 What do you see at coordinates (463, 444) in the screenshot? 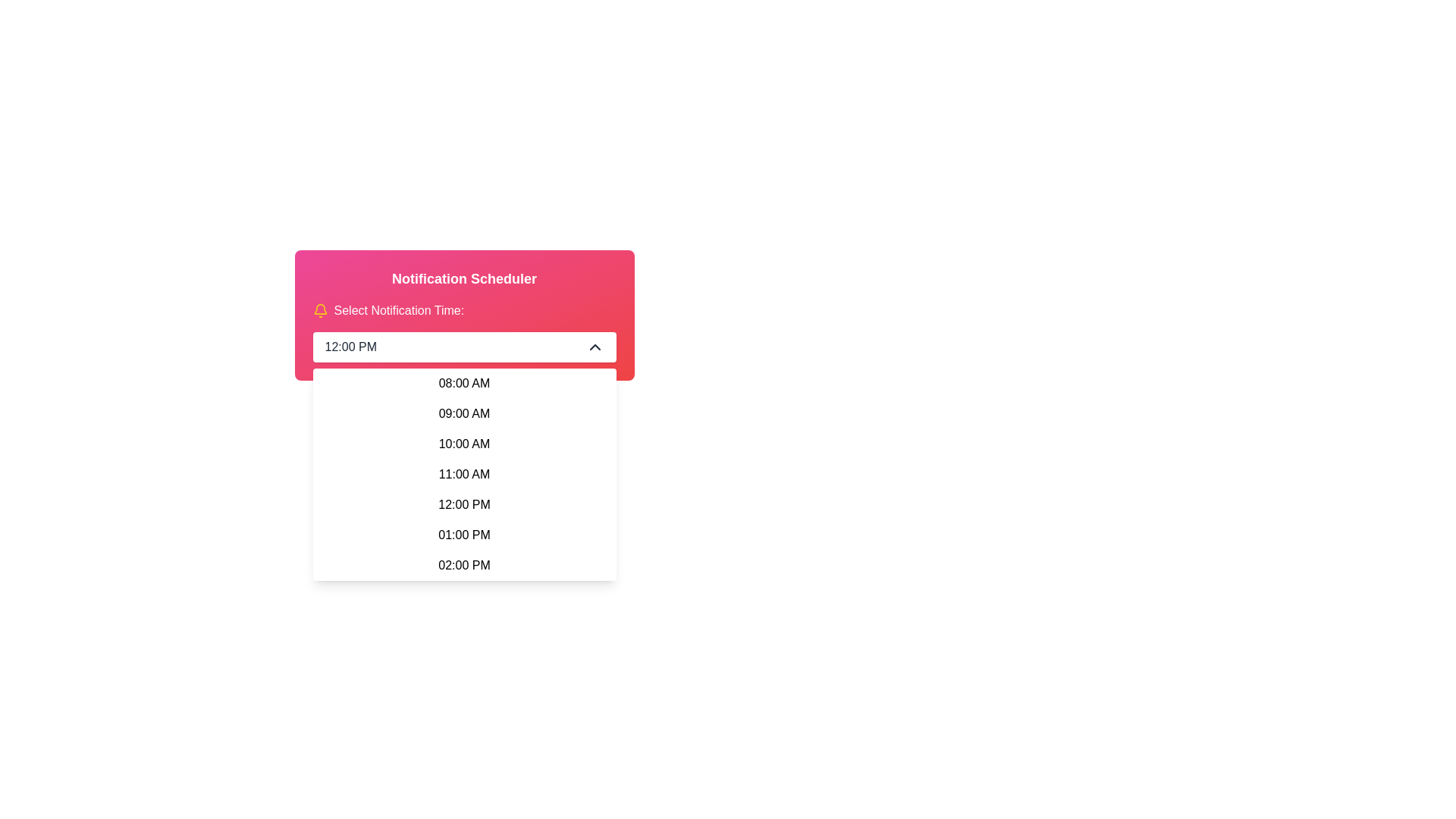
I see `the selectable dropdown menu item displaying '10:00 AM' to observe the background color change` at bounding box center [463, 444].